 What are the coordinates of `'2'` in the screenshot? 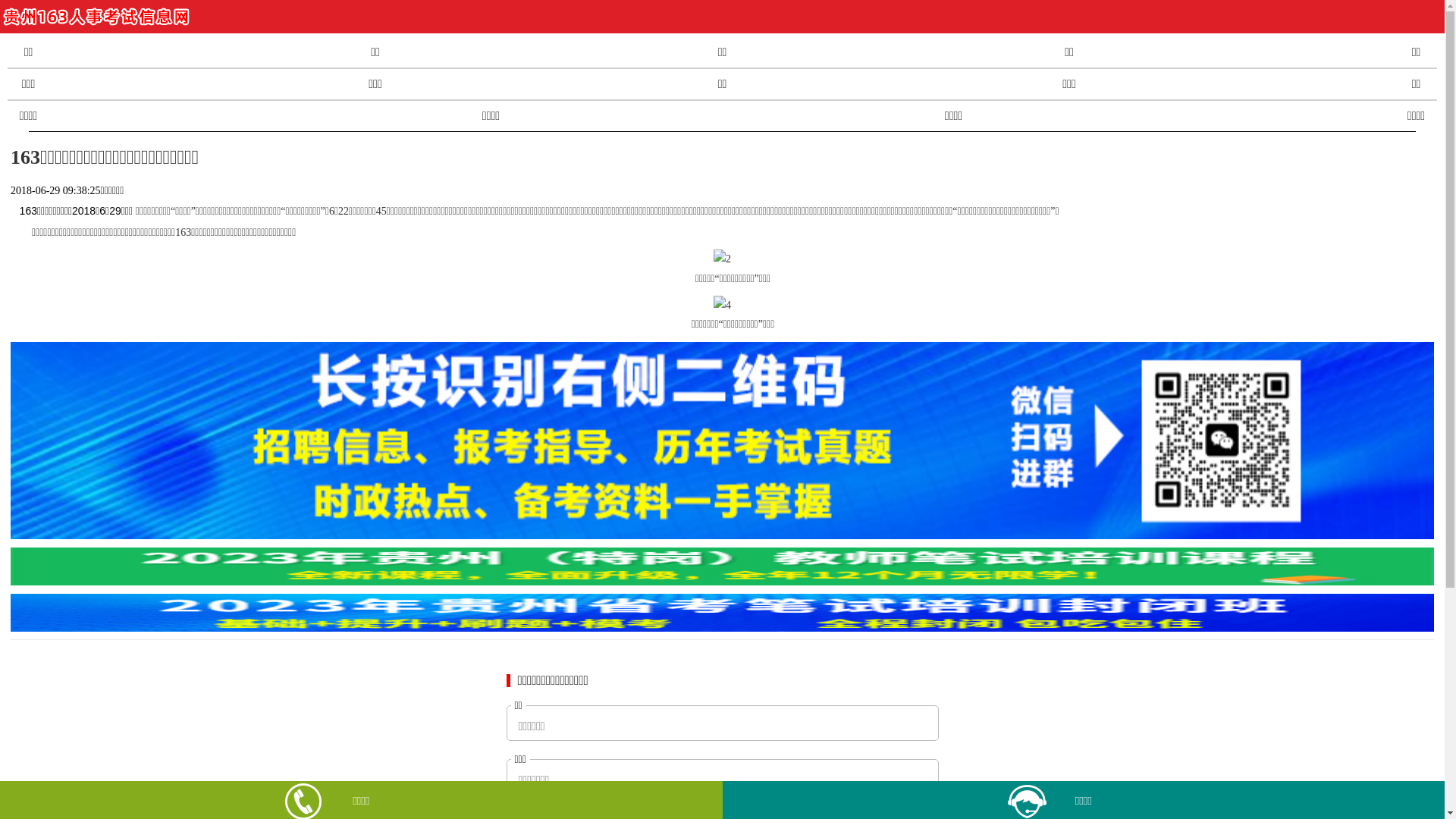 It's located at (721, 254).